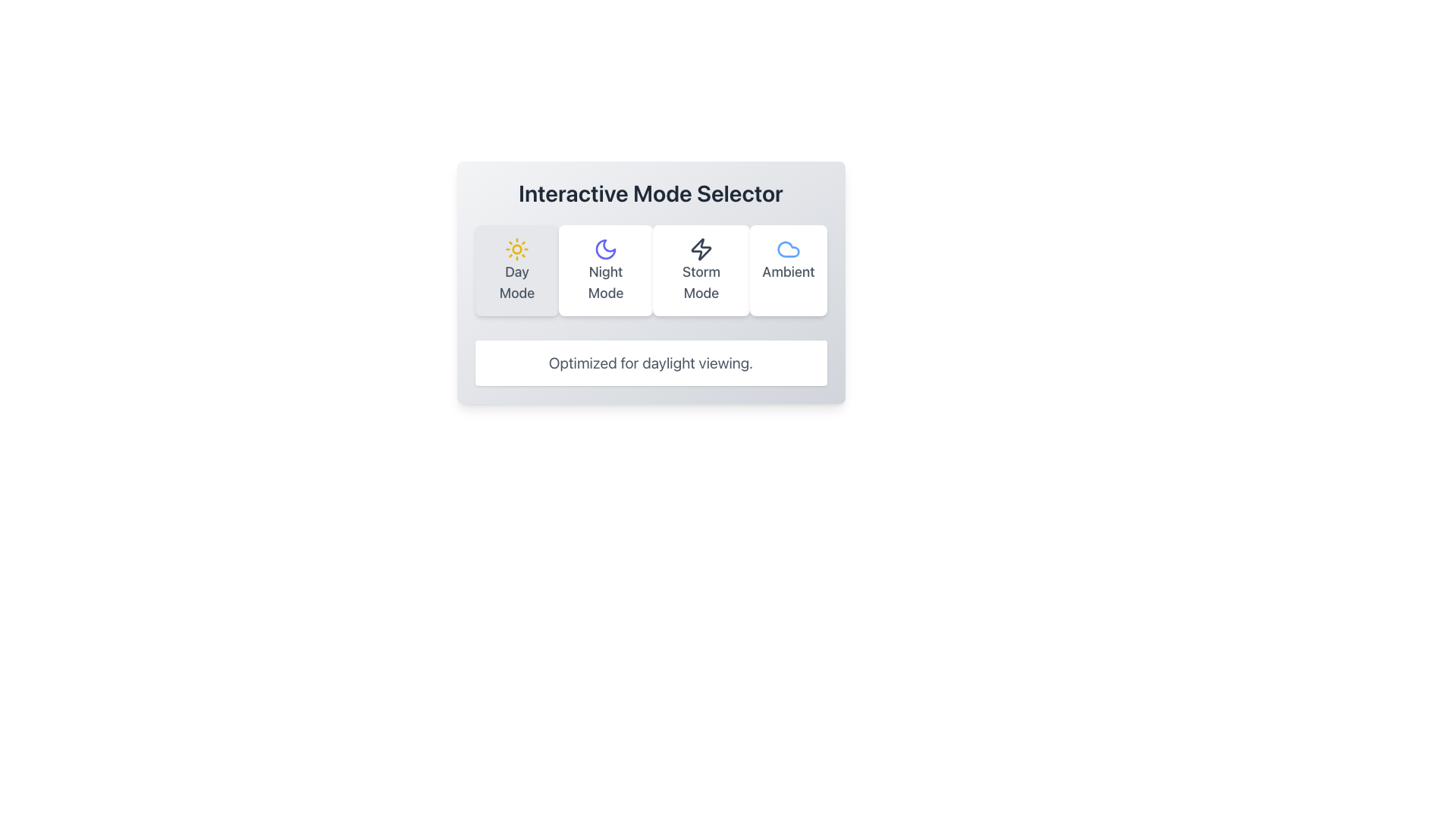  What do you see at coordinates (701, 283) in the screenshot?
I see `the 'Storm Mode' text label, which is part of the mode selector in the 'Interactive Mode Selector' interface, located below a lightning bolt icon` at bounding box center [701, 283].